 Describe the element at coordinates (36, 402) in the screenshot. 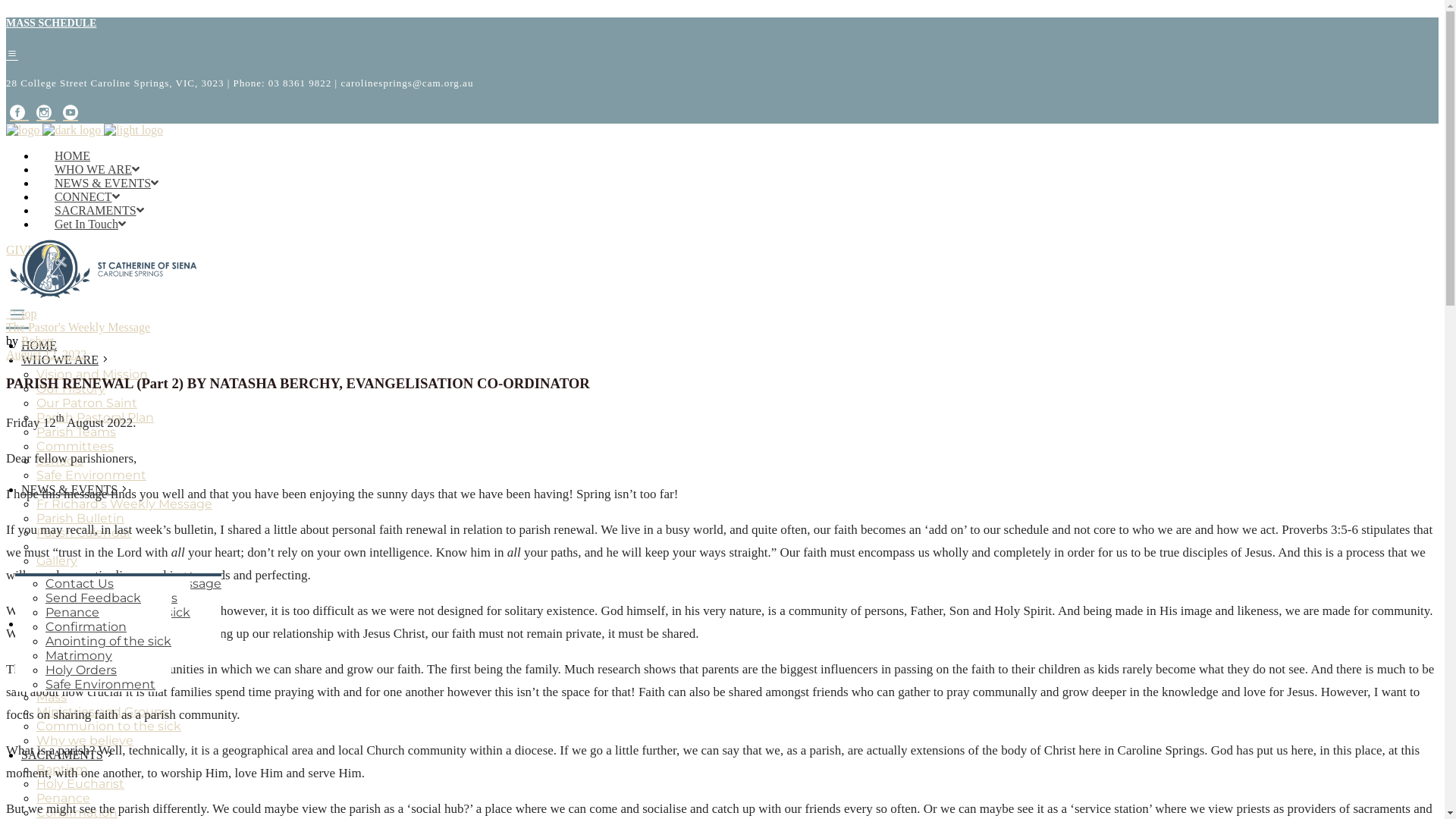

I see `'Our Patron Saint'` at that location.